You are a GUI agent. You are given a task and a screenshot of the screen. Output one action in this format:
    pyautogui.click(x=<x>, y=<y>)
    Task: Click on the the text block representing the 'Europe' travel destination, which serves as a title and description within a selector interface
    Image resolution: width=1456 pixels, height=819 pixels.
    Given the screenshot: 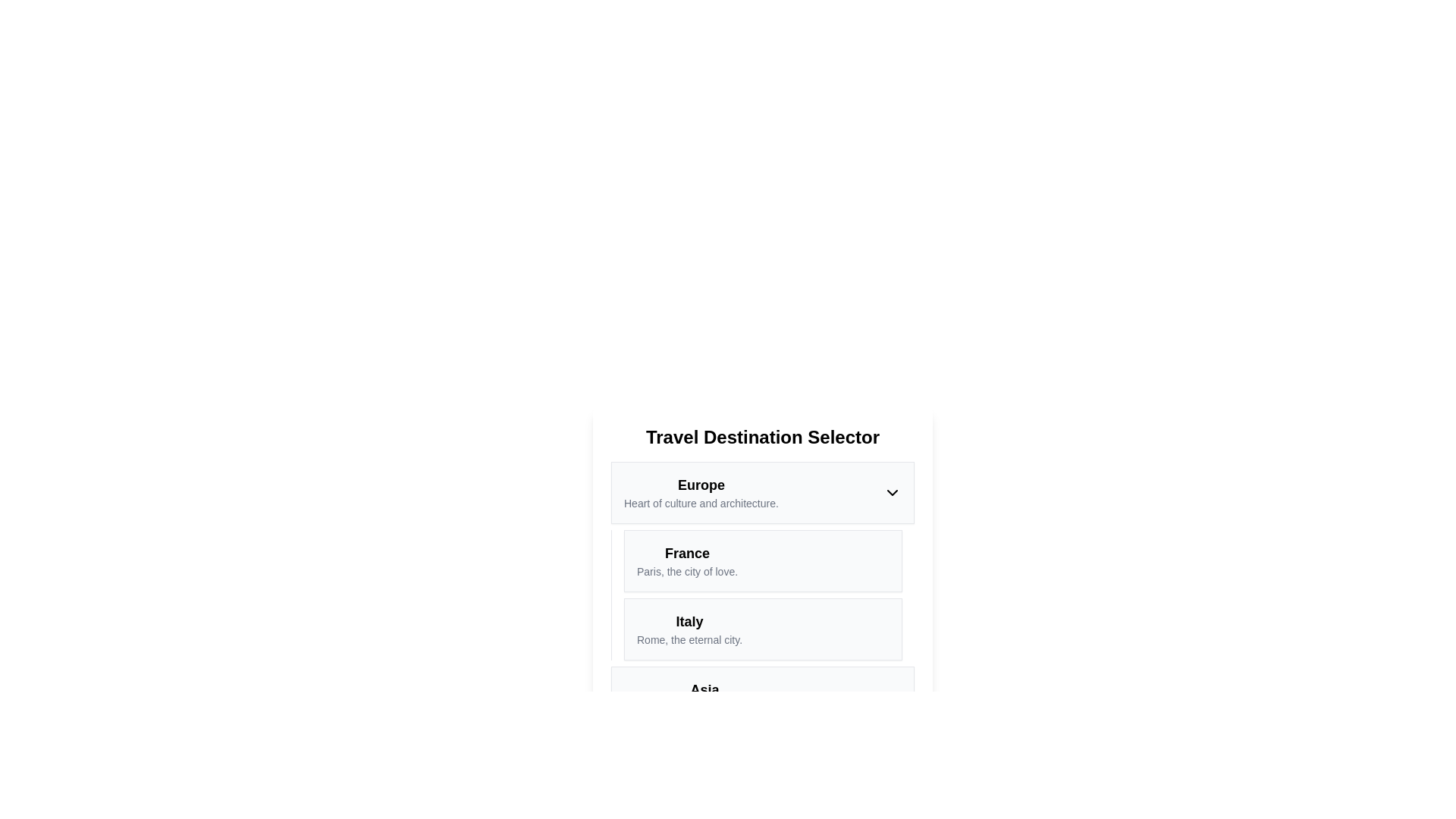 What is the action you would take?
    pyautogui.click(x=700, y=493)
    